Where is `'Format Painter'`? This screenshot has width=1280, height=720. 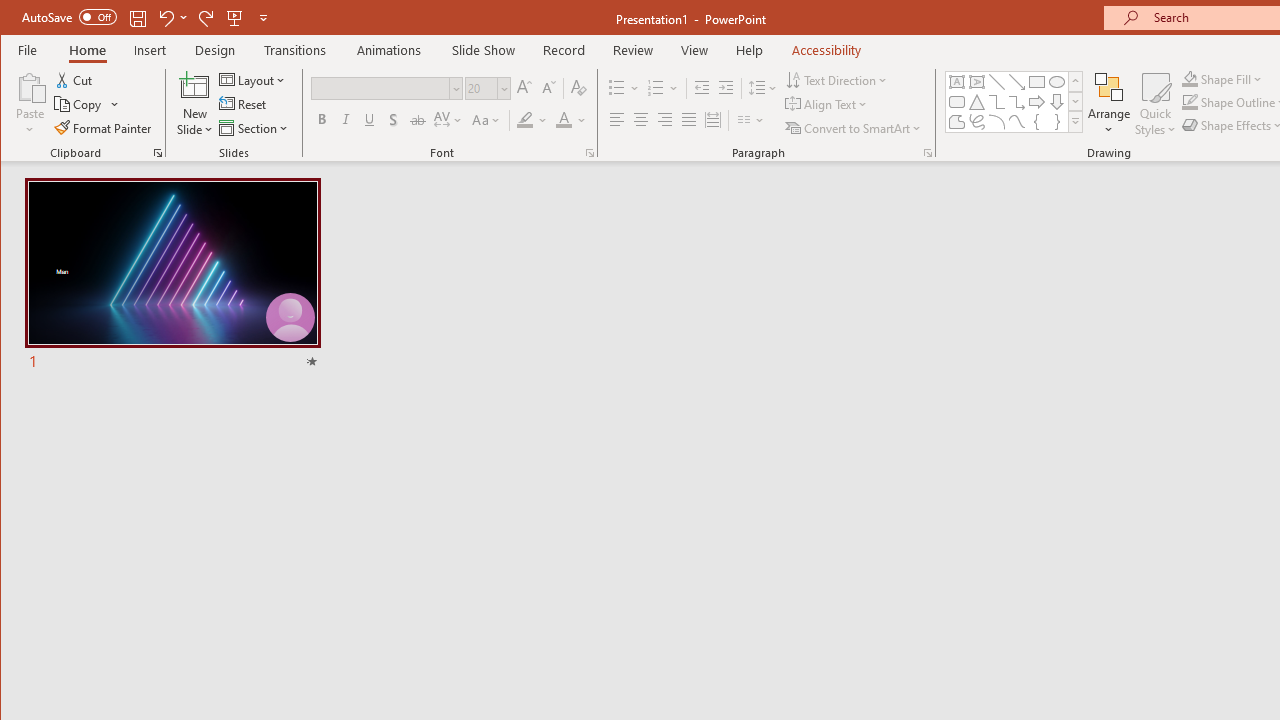
'Format Painter' is located at coordinates (103, 128).